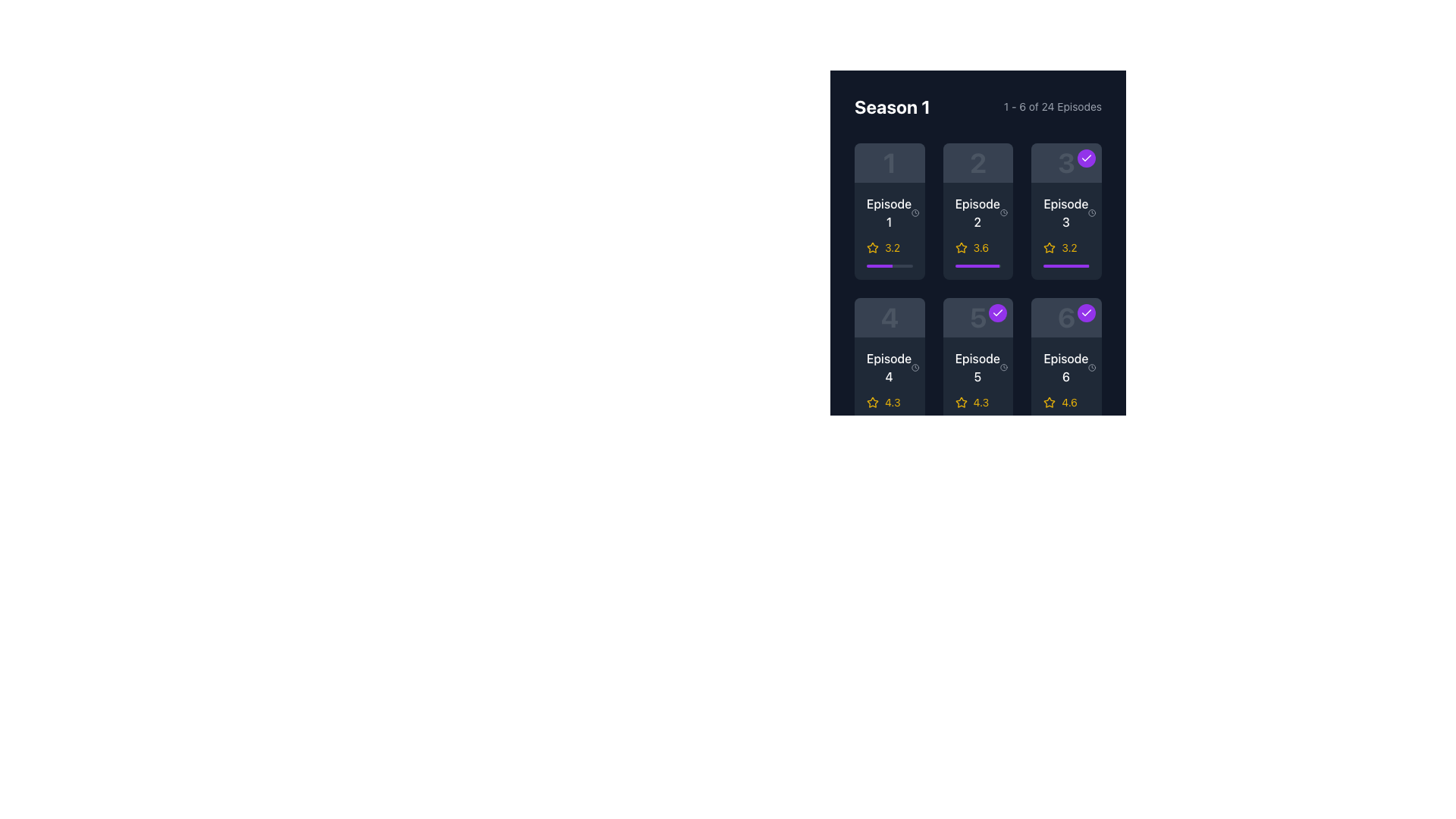  What do you see at coordinates (978, 265) in the screenshot?
I see `the horizontal progress indicator with a dark gray background and a filled purple segment located at the bottom part of the card for Episode 2 in the second column of the upper row within the grid of episodes` at bounding box center [978, 265].